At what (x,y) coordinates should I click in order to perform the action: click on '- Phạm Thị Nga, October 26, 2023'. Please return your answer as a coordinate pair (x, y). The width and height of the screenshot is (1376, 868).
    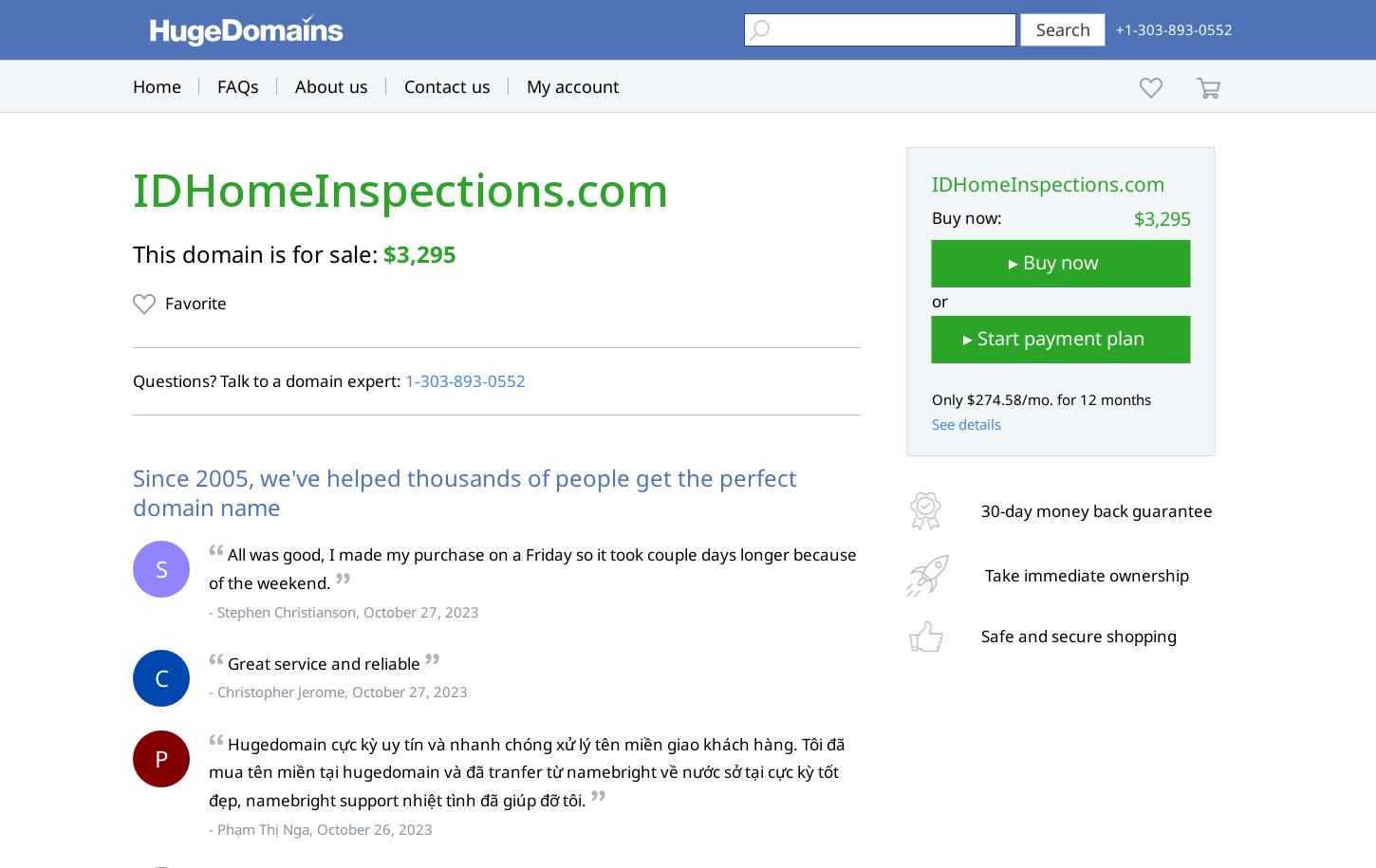
    Looking at the image, I should click on (207, 827).